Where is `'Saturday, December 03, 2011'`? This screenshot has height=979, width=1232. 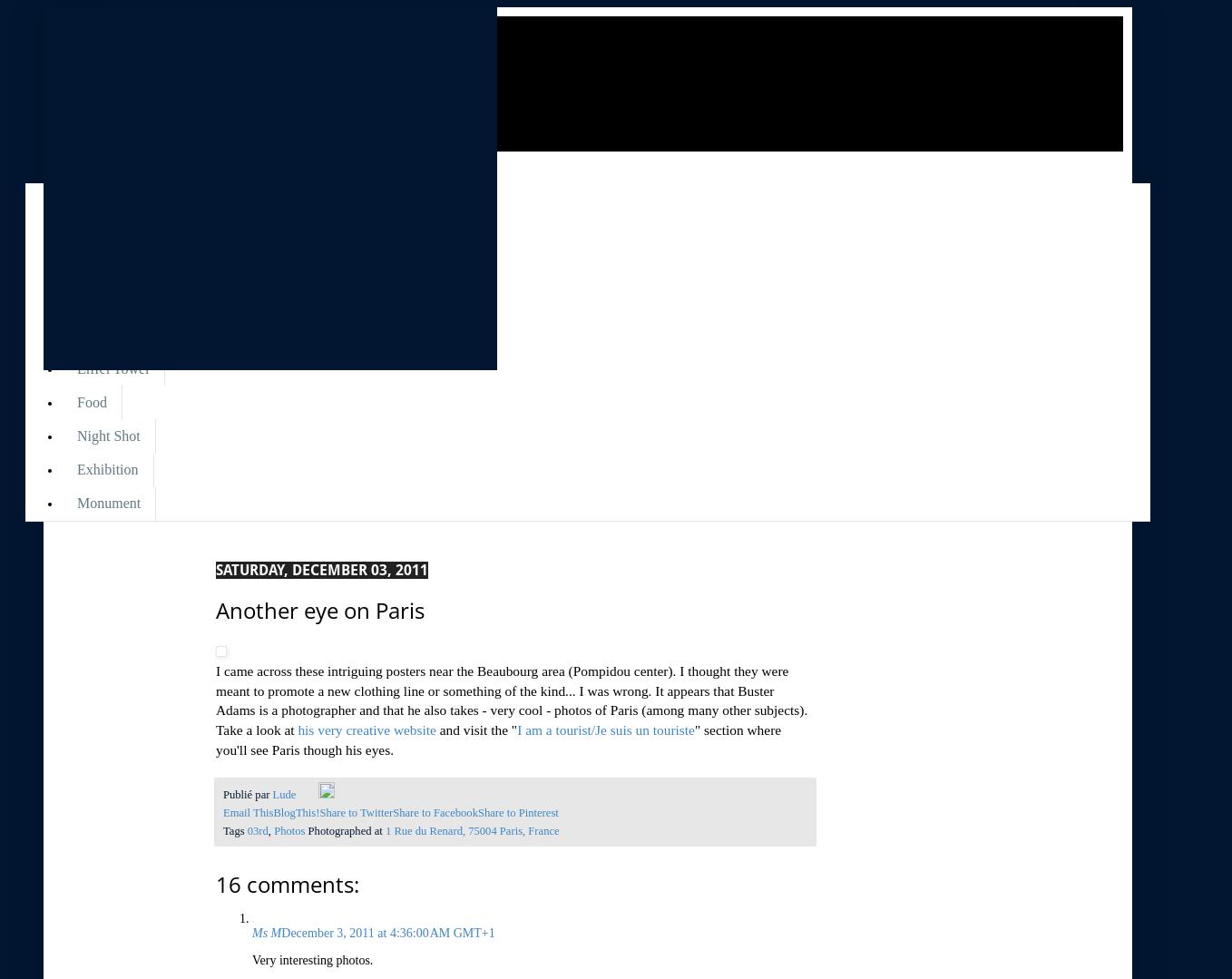
'Saturday, December 03, 2011' is located at coordinates (215, 568).